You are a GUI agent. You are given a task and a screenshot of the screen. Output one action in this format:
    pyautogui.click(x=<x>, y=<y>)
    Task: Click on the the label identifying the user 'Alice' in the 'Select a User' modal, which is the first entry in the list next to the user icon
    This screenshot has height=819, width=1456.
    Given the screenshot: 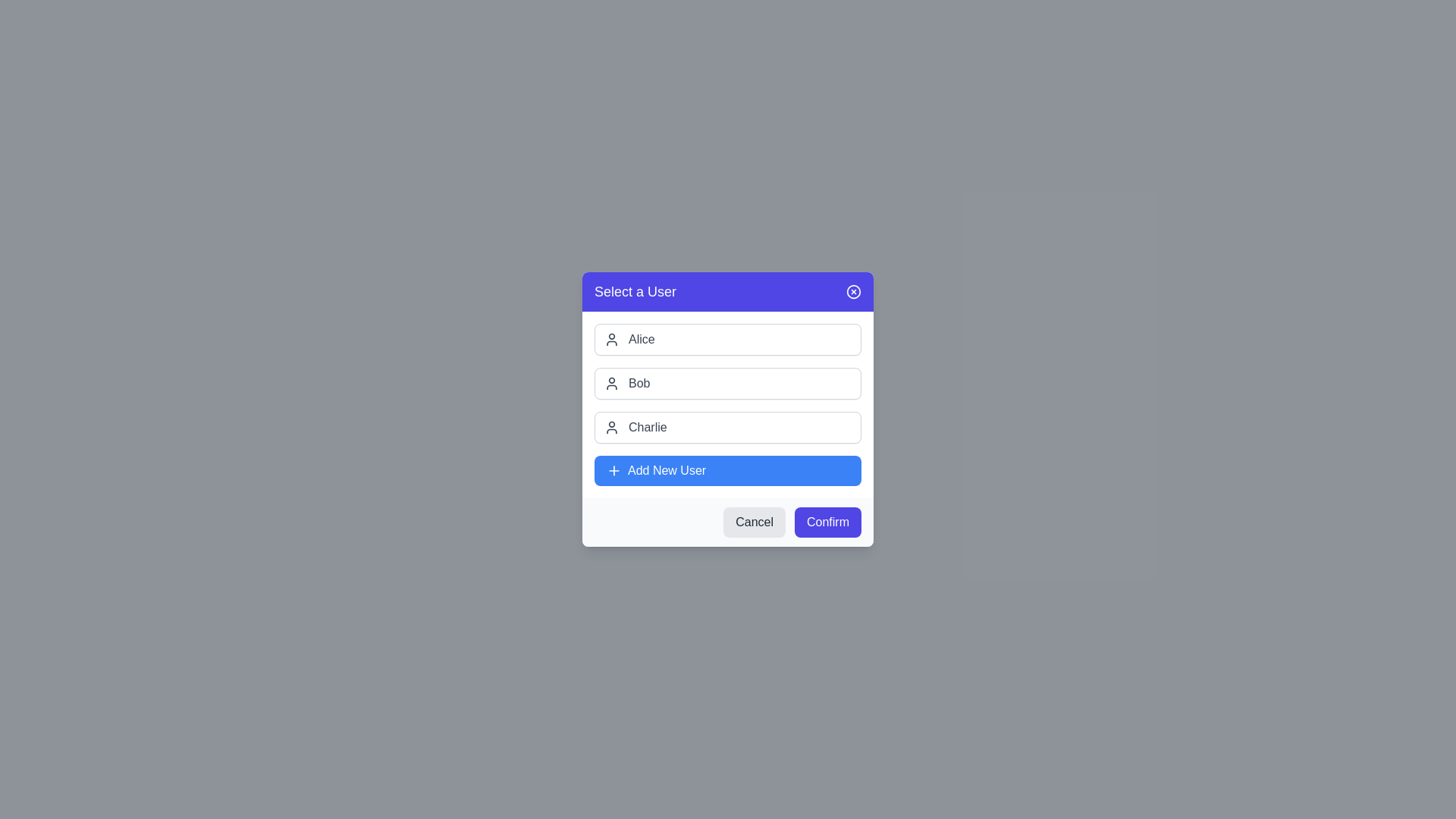 What is the action you would take?
    pyautogui.click(x=642, y=338)
    